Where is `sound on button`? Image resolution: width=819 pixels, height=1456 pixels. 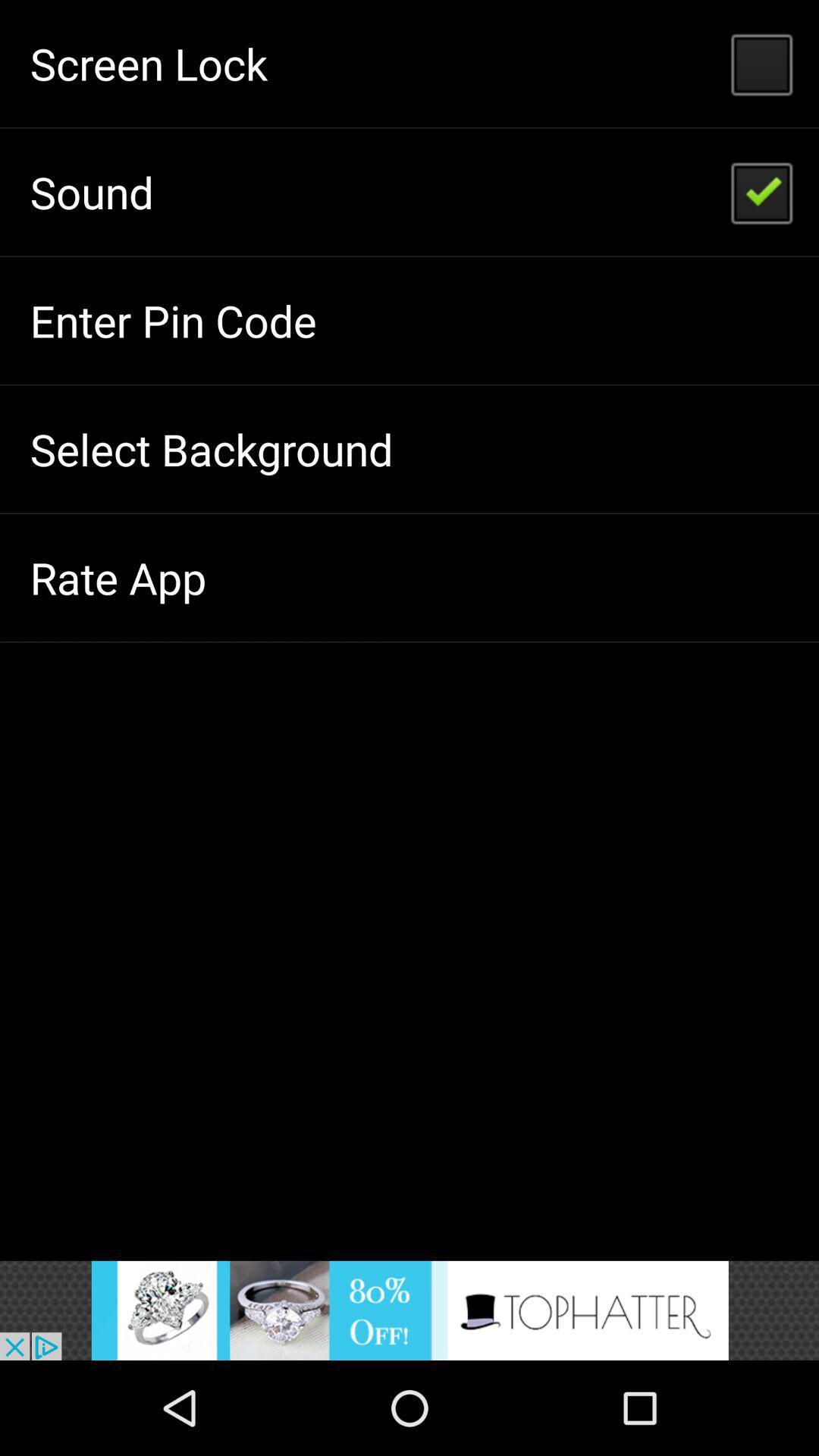 sound on button is located at coordinates (409, 1310).